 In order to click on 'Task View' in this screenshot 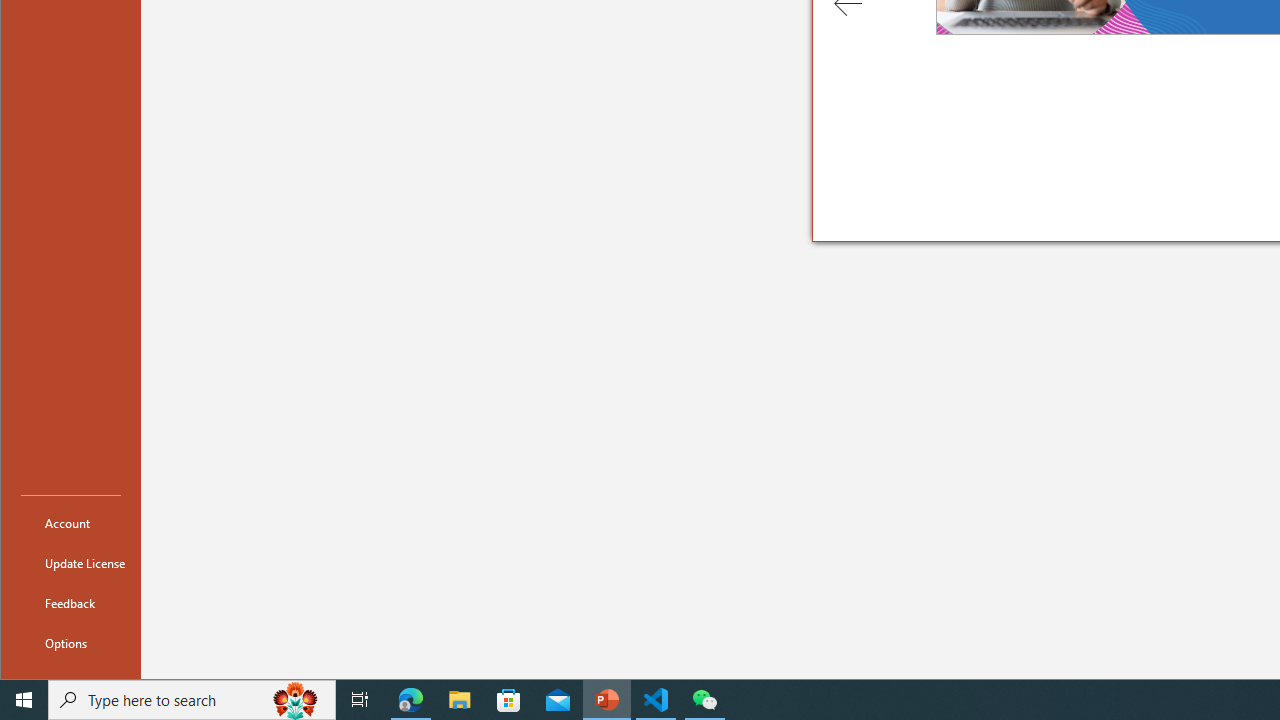, I will do `click(359, 698)`.